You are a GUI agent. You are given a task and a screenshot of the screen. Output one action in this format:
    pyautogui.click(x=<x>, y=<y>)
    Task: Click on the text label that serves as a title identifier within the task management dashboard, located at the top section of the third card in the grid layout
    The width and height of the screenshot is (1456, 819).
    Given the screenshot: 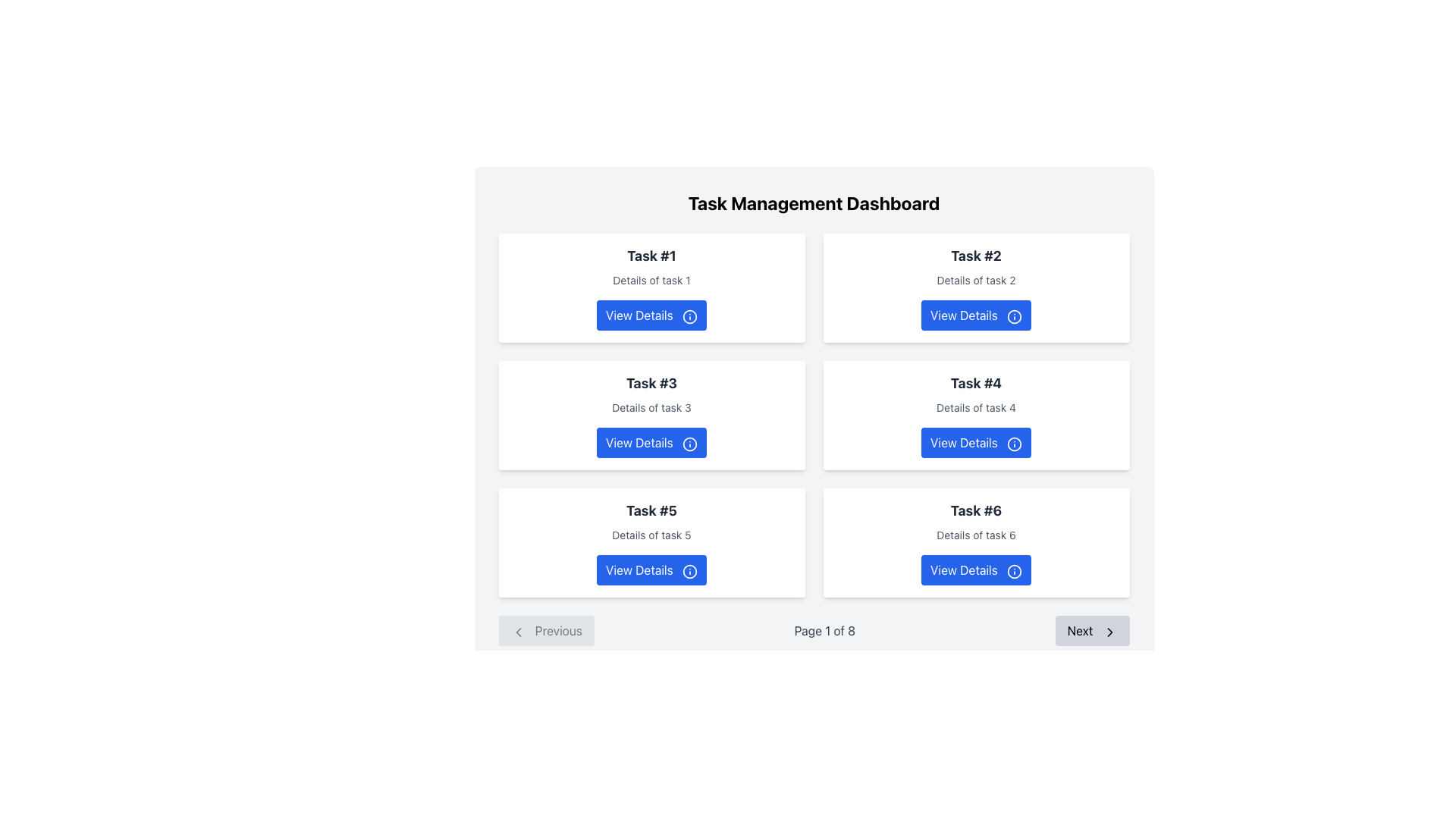 What is the action you would take?
    pyautogui.click(x=651, y=382)
    